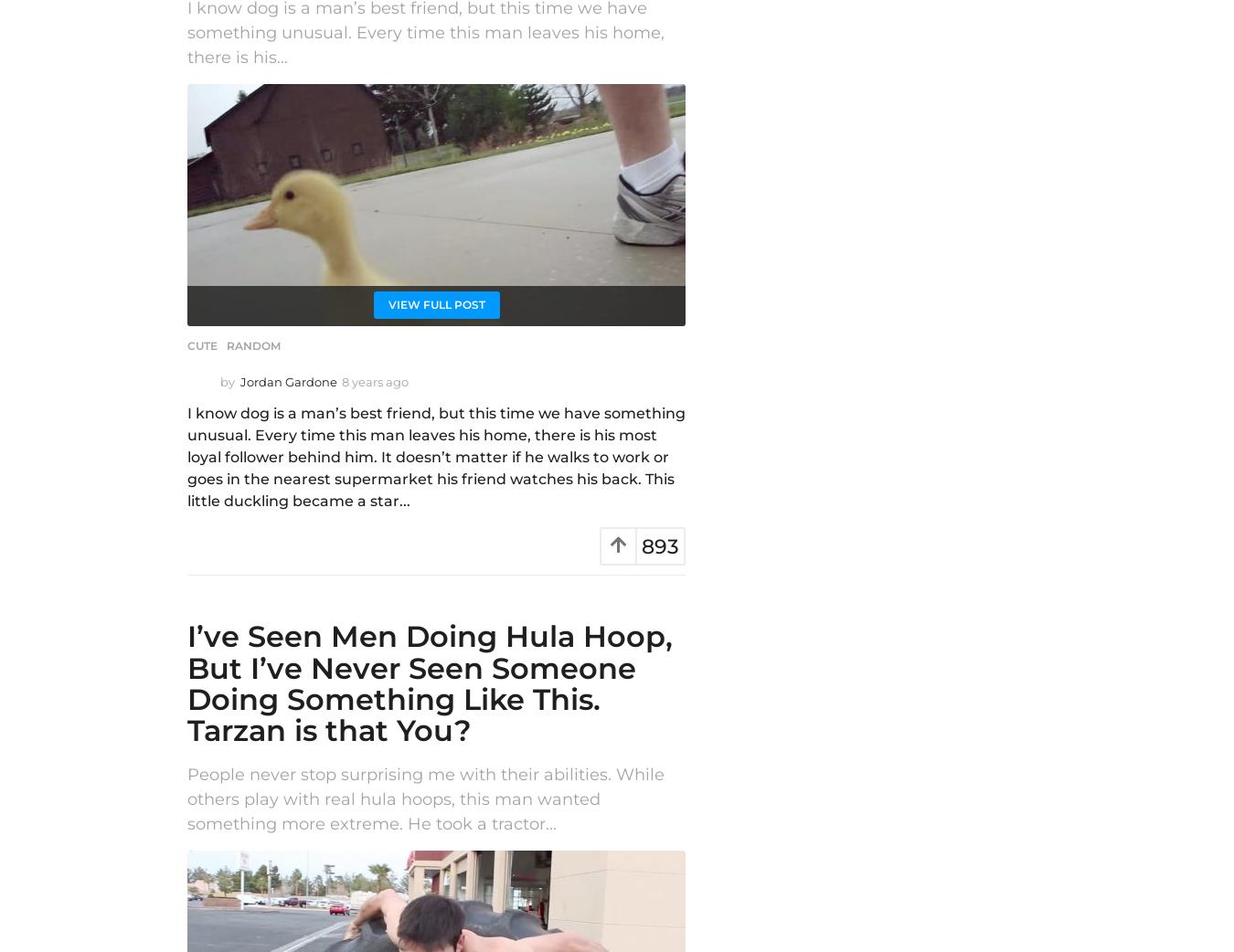 The image size is (1234, 952). What do you see at coordinates (659, 545) in the screenshot?
I see `'893'` at bounding box center [659, 545].